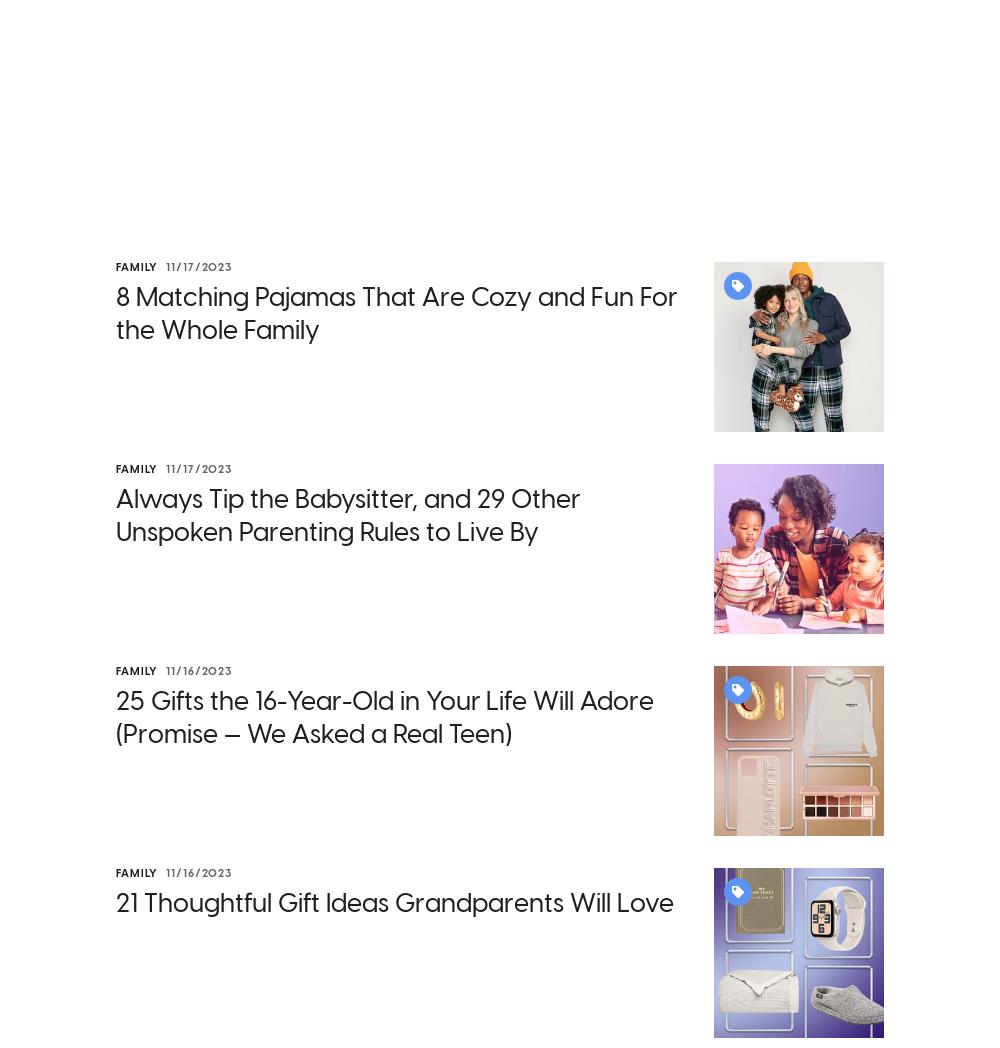 The height and width of the screenshot is (1048, 1000). I want to click on 'Remember that childcare worker mentioned above who only took home $3 per child per hour? Keeping childcare costs low so that parents can work and support the economy while also ensuring that daycares have enough funds to support staff and other operating expenses creates a complex dynamic with an inherent push-pull of priorities.', so click(498, 413).